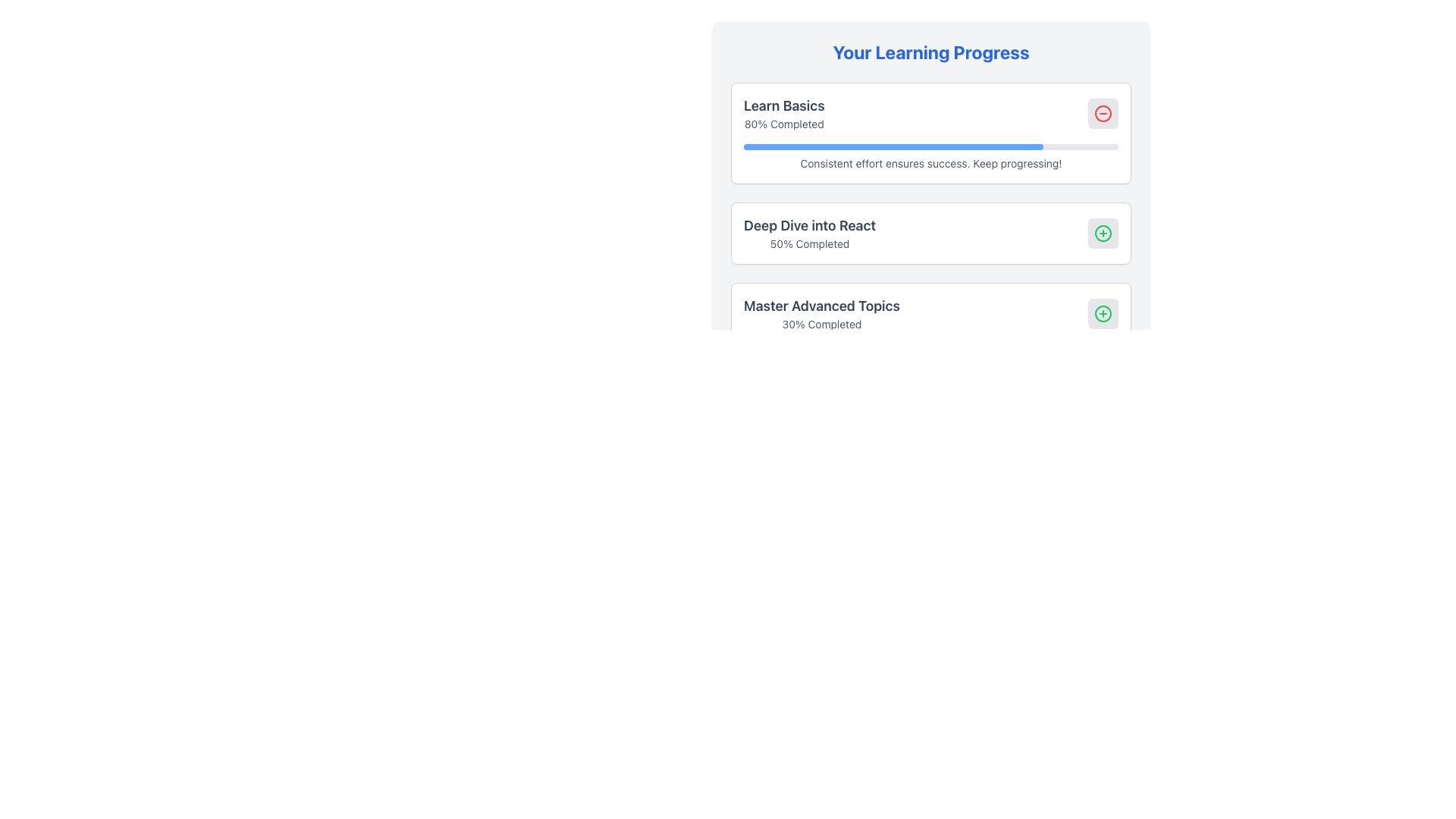 The height and width of the screenshot is (819, 1456). I want to click on the Header text element, which serves as the title introducing the user's learning progress content, located at the top of the layout, so click(930, 52).